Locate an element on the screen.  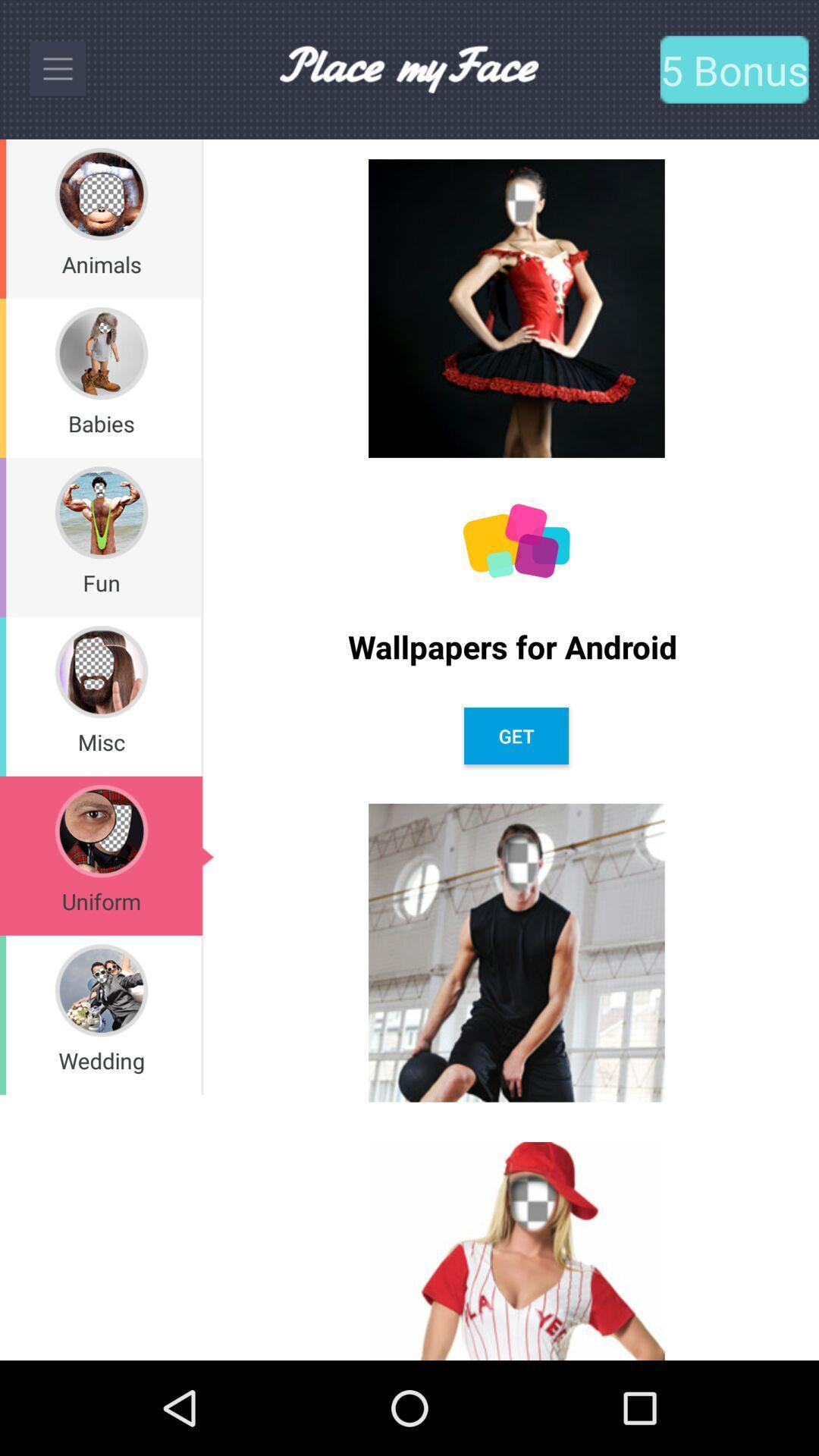
second image from bottom is located at coordinates (516, 952).